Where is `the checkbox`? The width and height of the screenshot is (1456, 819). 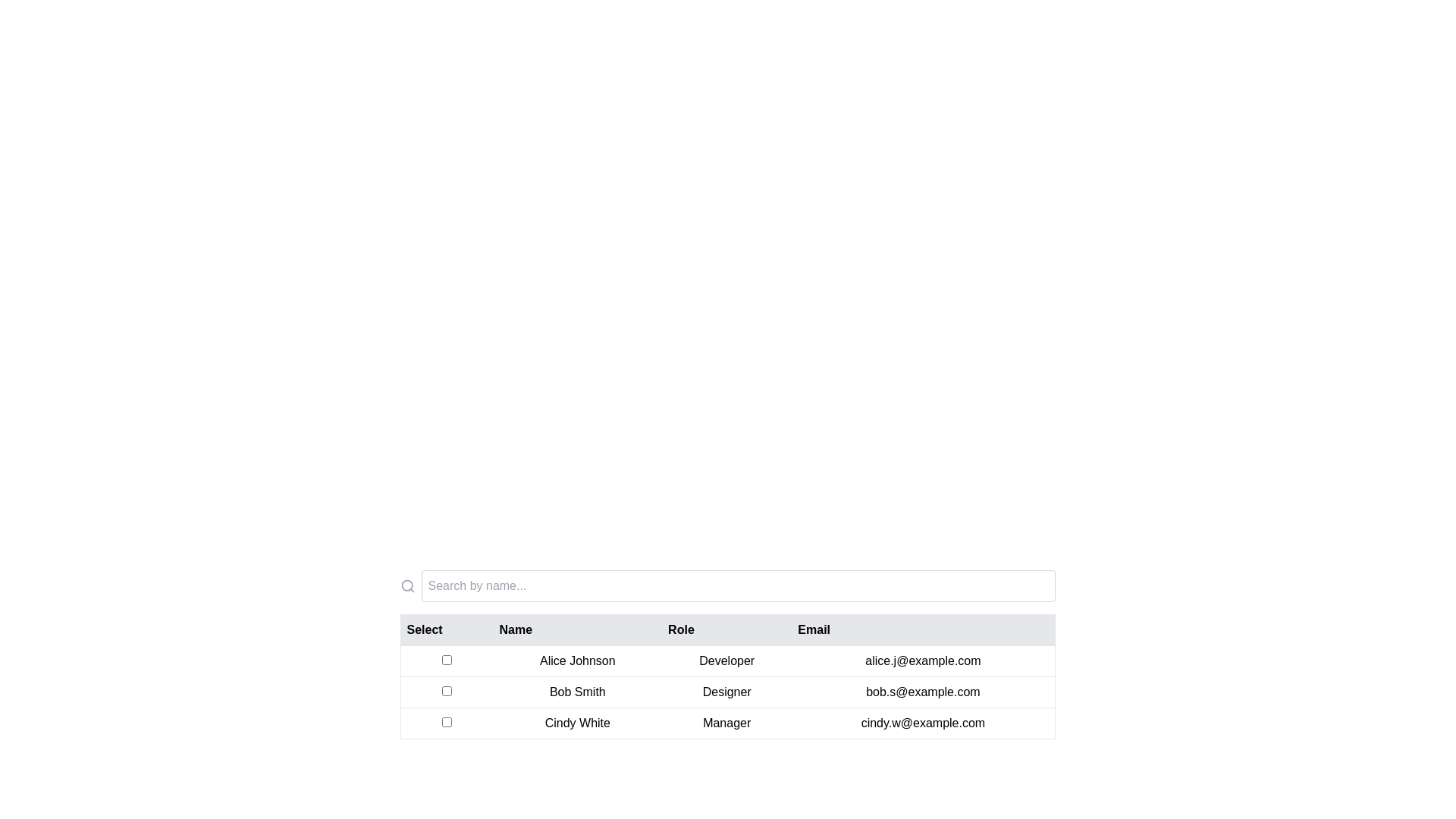 the checkbox is located at coordinates (446, 660).